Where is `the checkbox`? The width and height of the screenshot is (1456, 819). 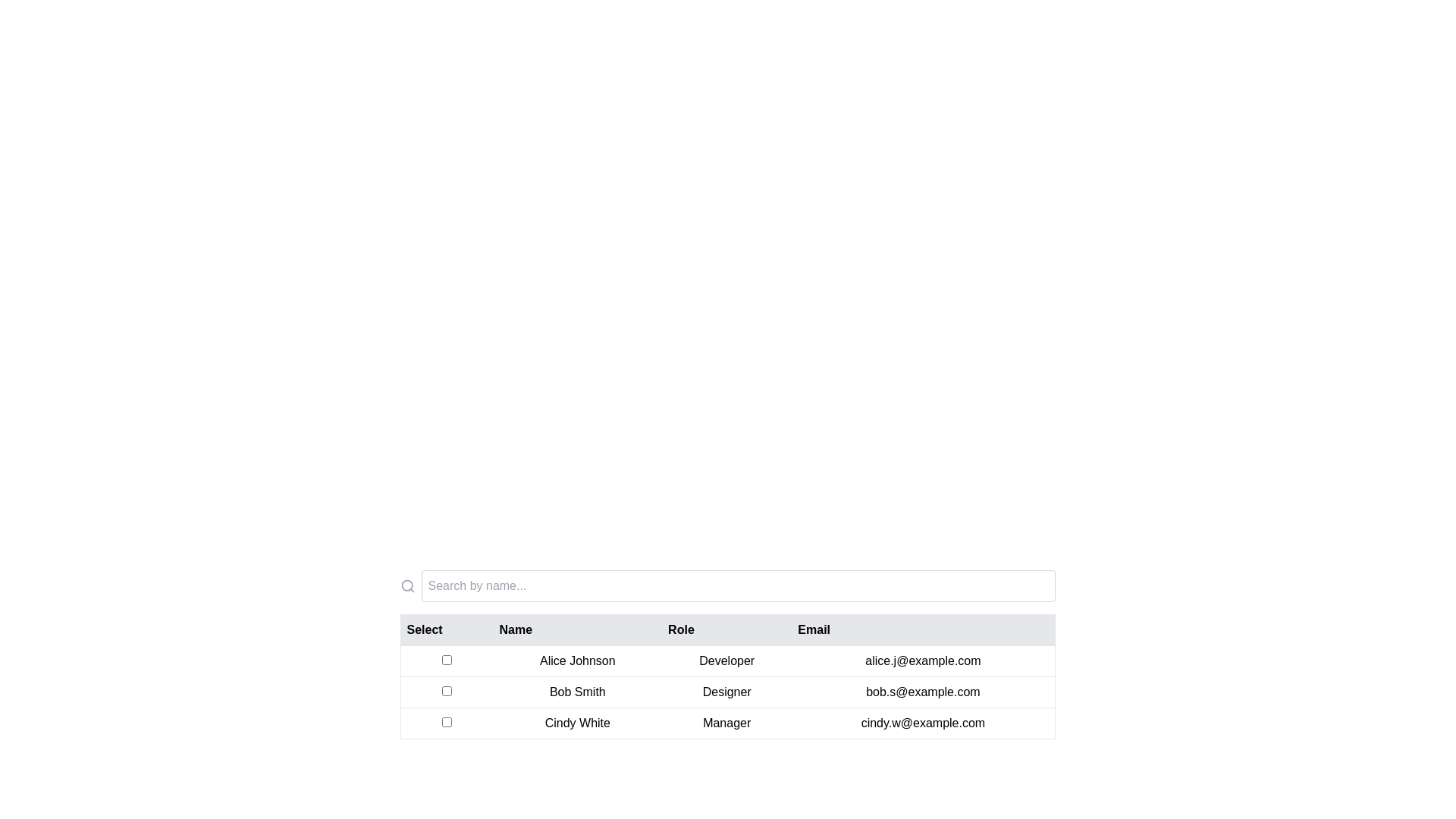 the checkbox is located at coordinates (446, 660).